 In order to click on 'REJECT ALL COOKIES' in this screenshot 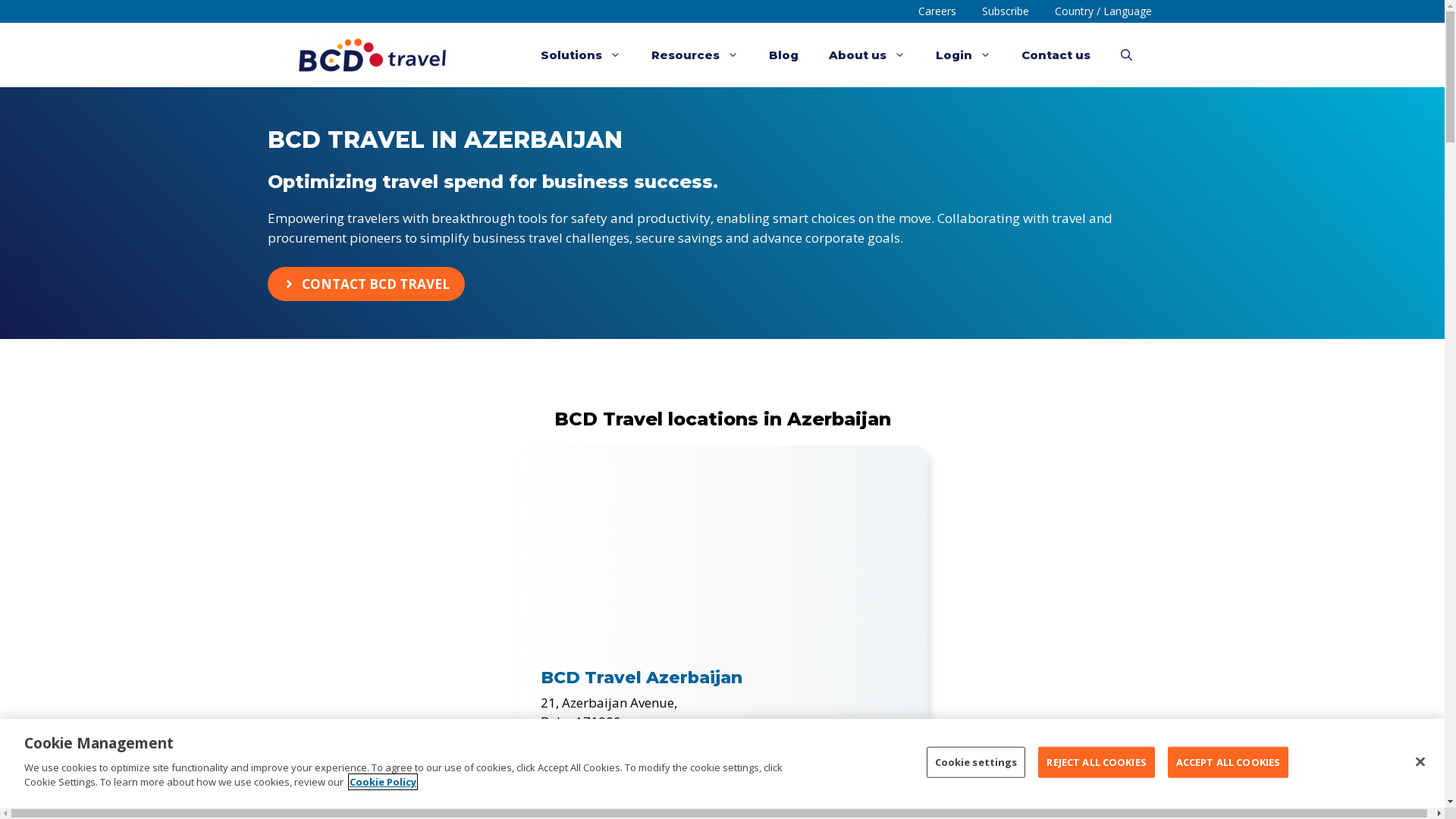, I will do `click(1096, 762)`.